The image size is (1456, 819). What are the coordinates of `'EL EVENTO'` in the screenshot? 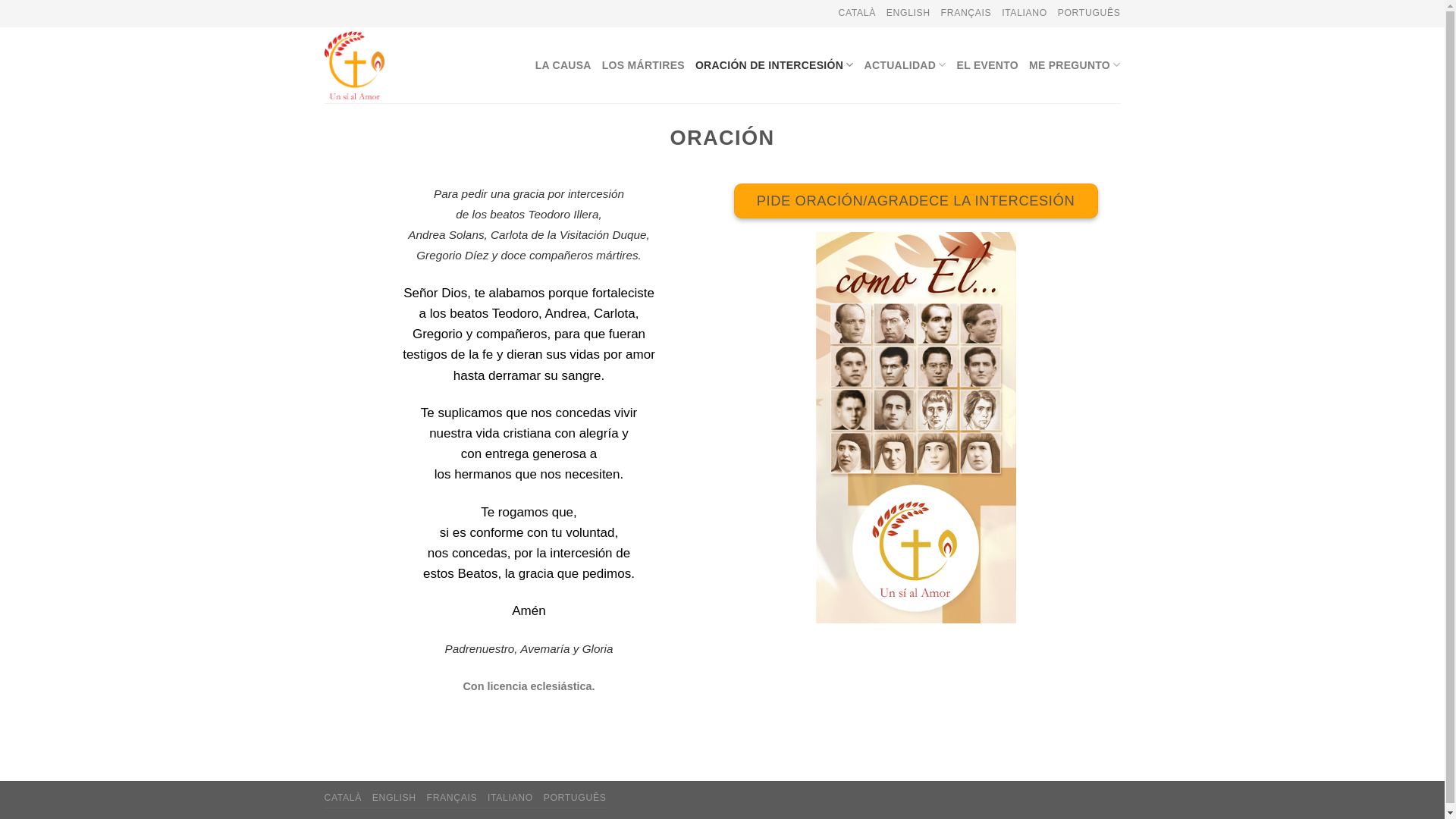 It's located at (956, 64).